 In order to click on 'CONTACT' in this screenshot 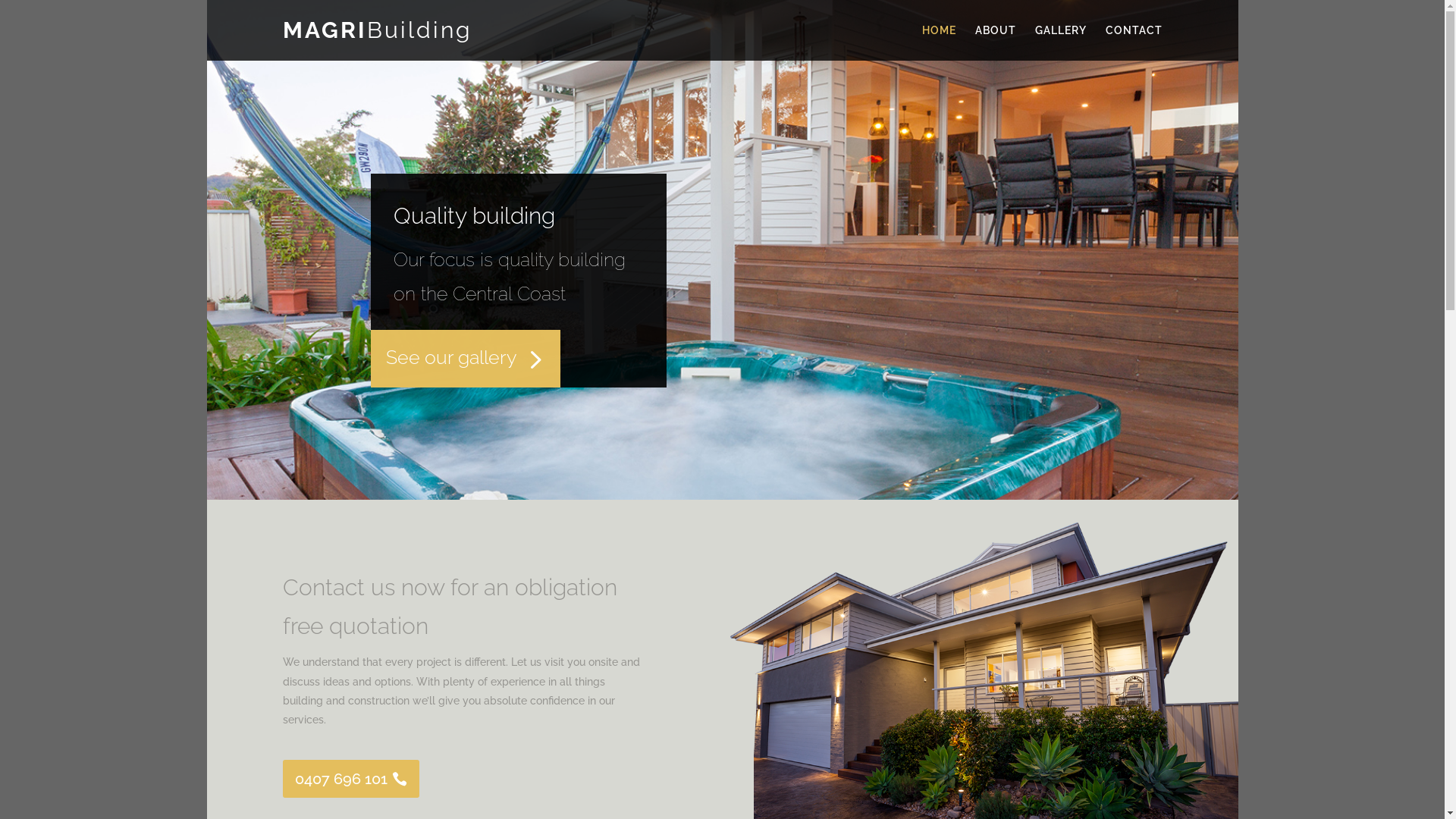, I will do `click(1134, 42)`.